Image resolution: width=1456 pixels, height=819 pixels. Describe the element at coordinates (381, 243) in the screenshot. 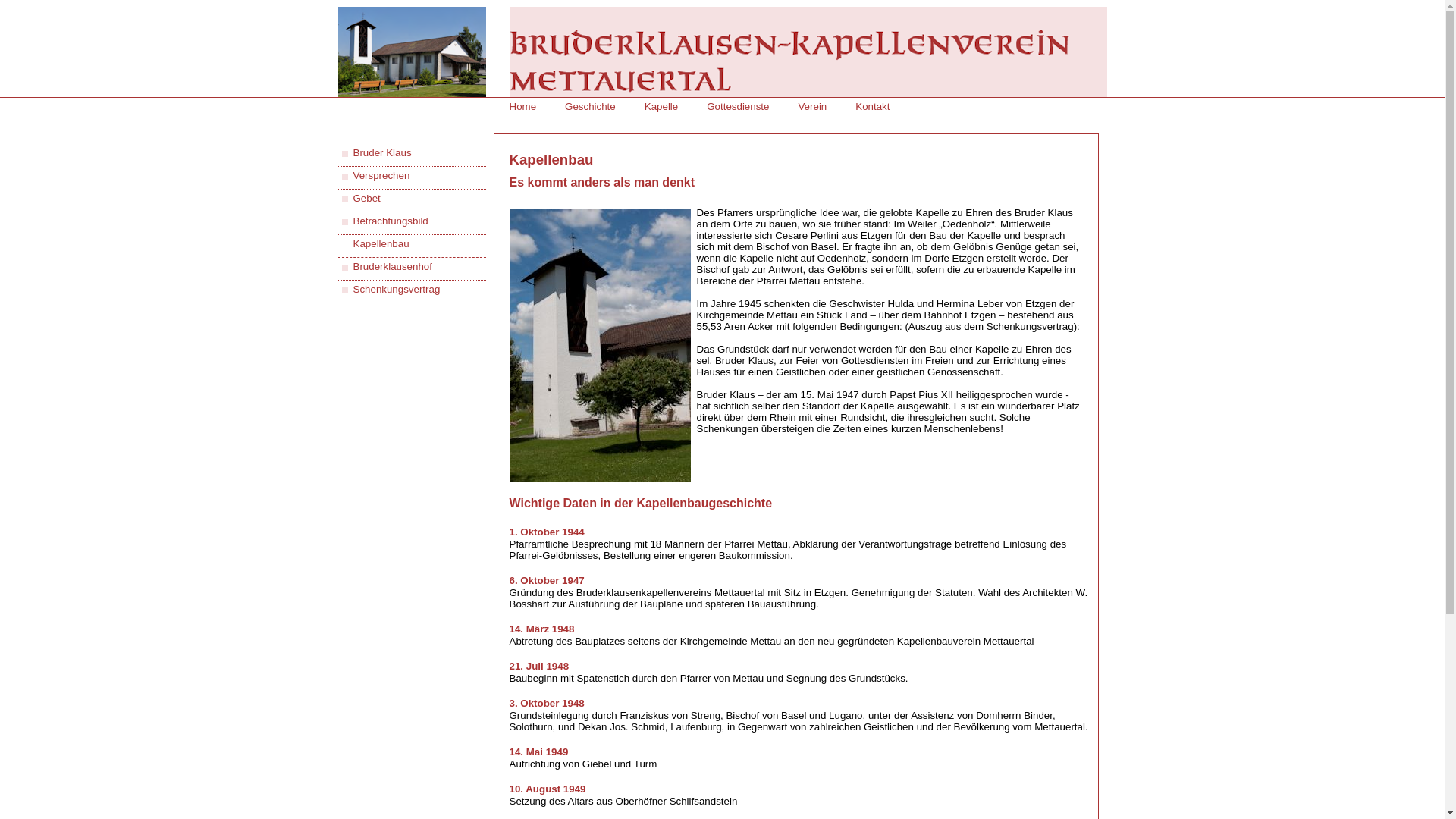

I see `'Kapellenbau'` at that location.